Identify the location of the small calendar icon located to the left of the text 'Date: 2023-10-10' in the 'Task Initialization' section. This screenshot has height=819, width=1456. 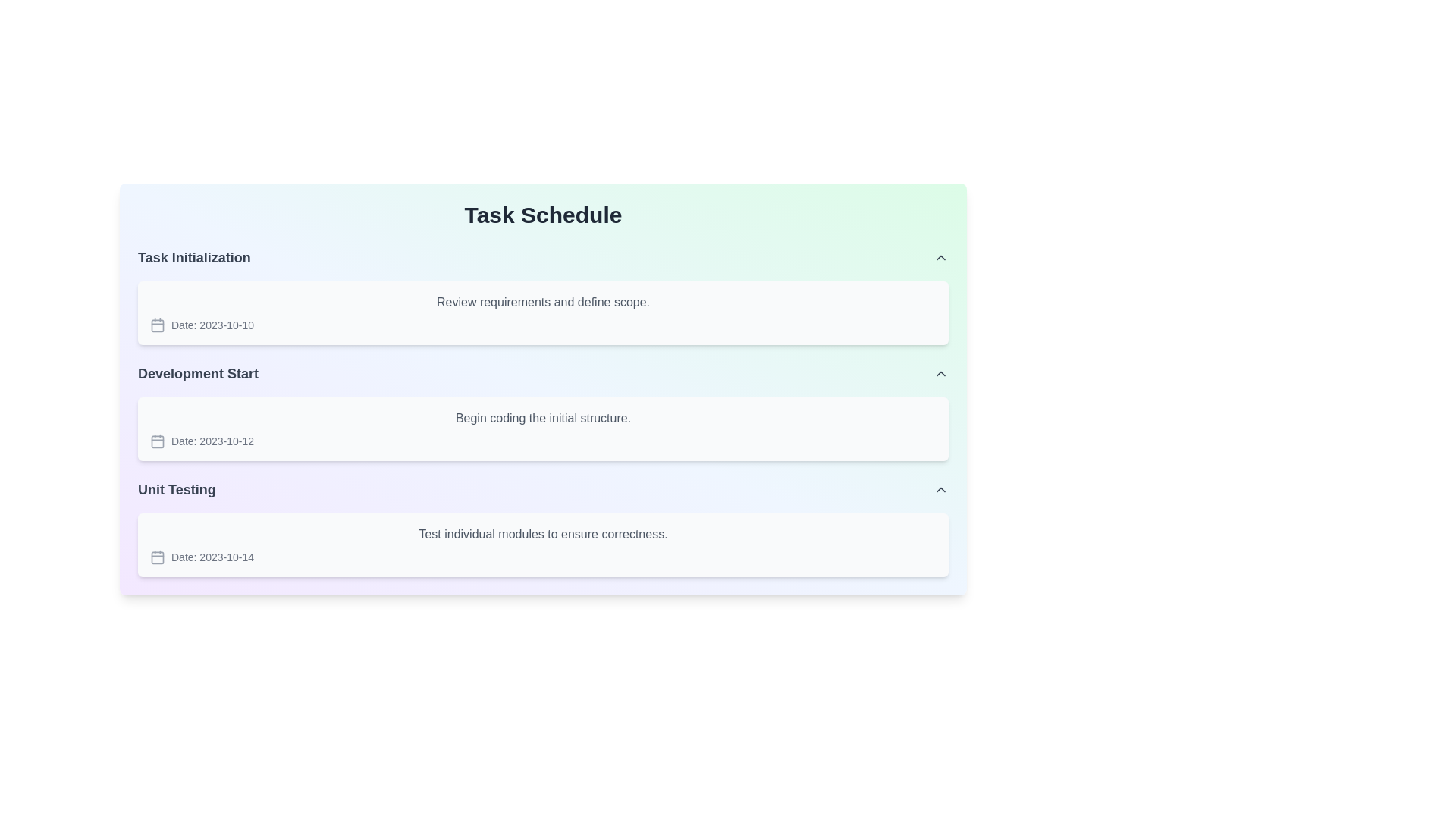
(157, 324).